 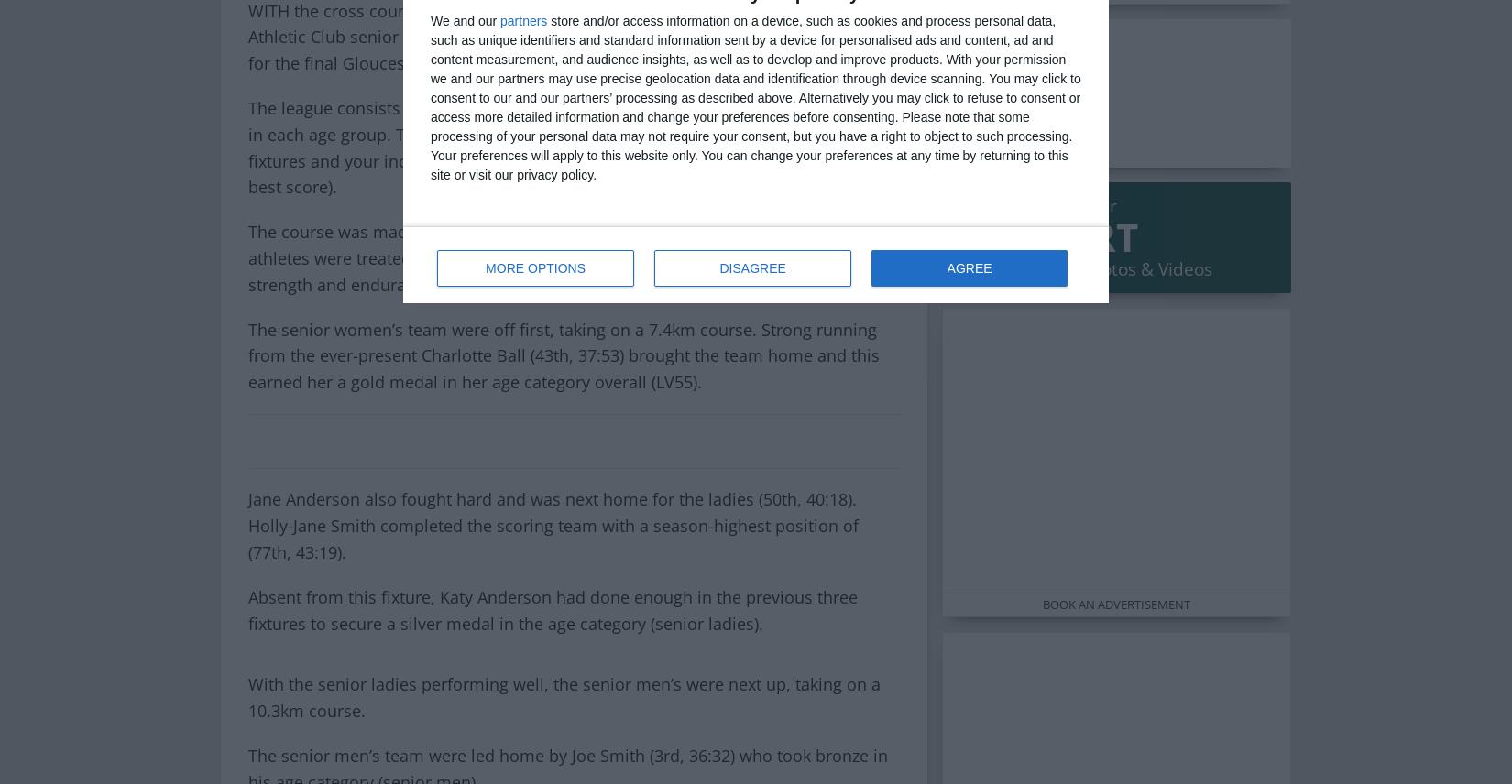 I want to click on 'The senior women’s team were off first, taking on a 7.4km course. Strong running from the ever-present Charlotte Ball (43th, 37:53) brought the team home and this earned her a gold medal in her age category overall (LV55).', so click(x=563, y=355).